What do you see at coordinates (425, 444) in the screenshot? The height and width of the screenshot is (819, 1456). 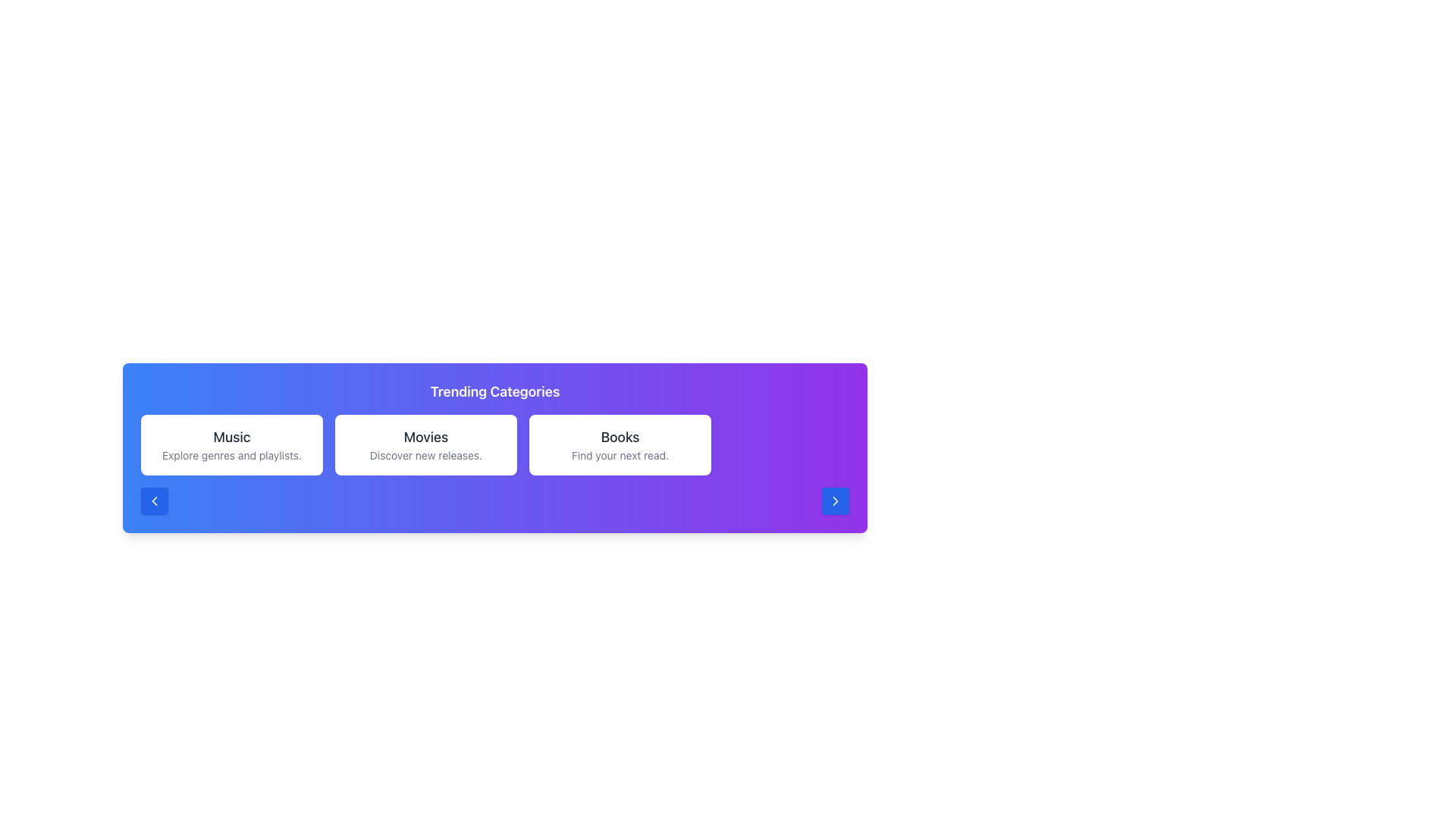 I see `the second card in the 'Trending Categories' section, which provides information about movies and serves as a button for further actions` at bounding box center [425, 444].